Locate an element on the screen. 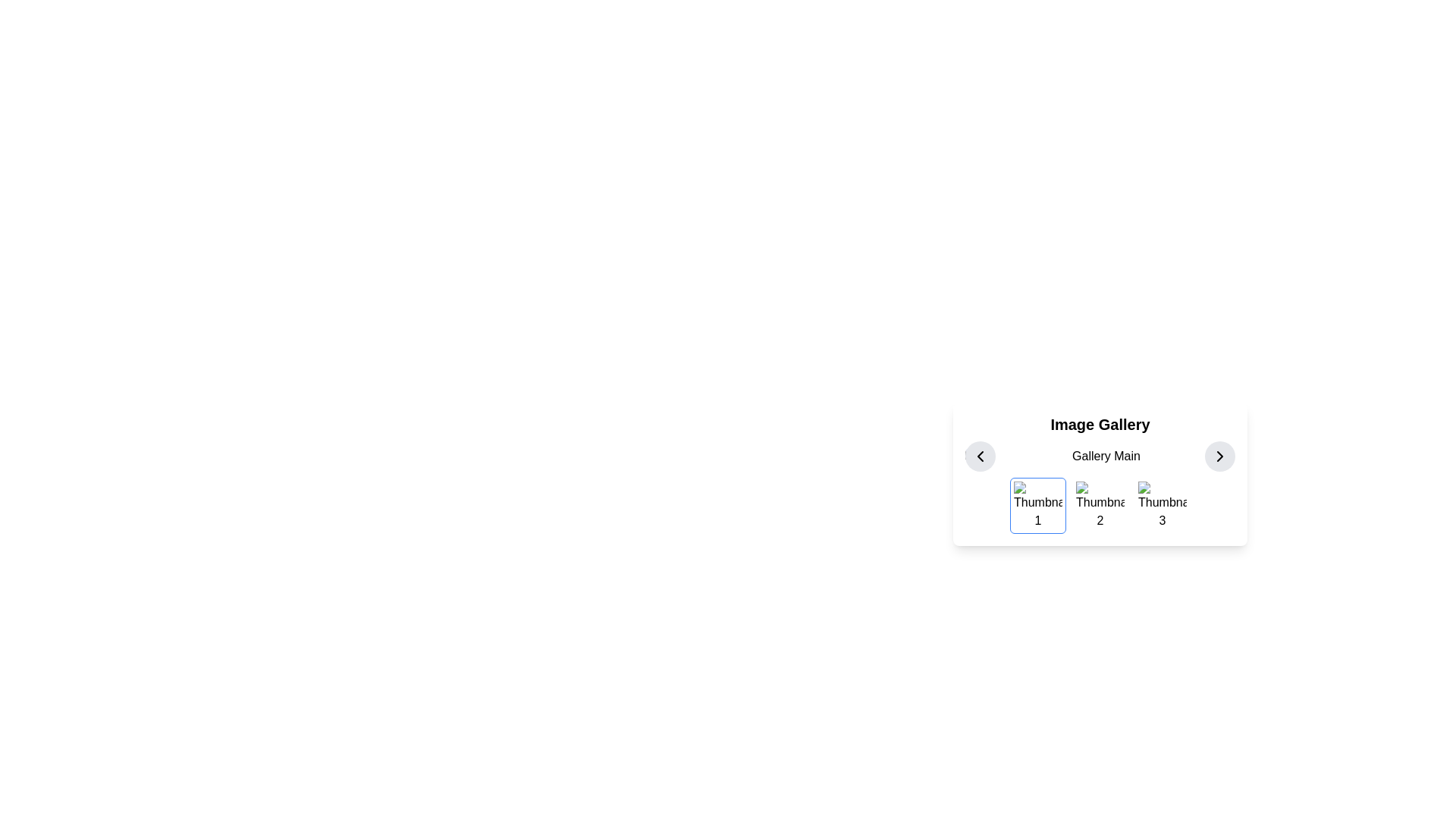 The height and width of the screenshot is (819, 1456). the first thumbnail image labeled 'Thumbnail 1' in the 'Image Gallery' section is located at coordinates (1037, 506).